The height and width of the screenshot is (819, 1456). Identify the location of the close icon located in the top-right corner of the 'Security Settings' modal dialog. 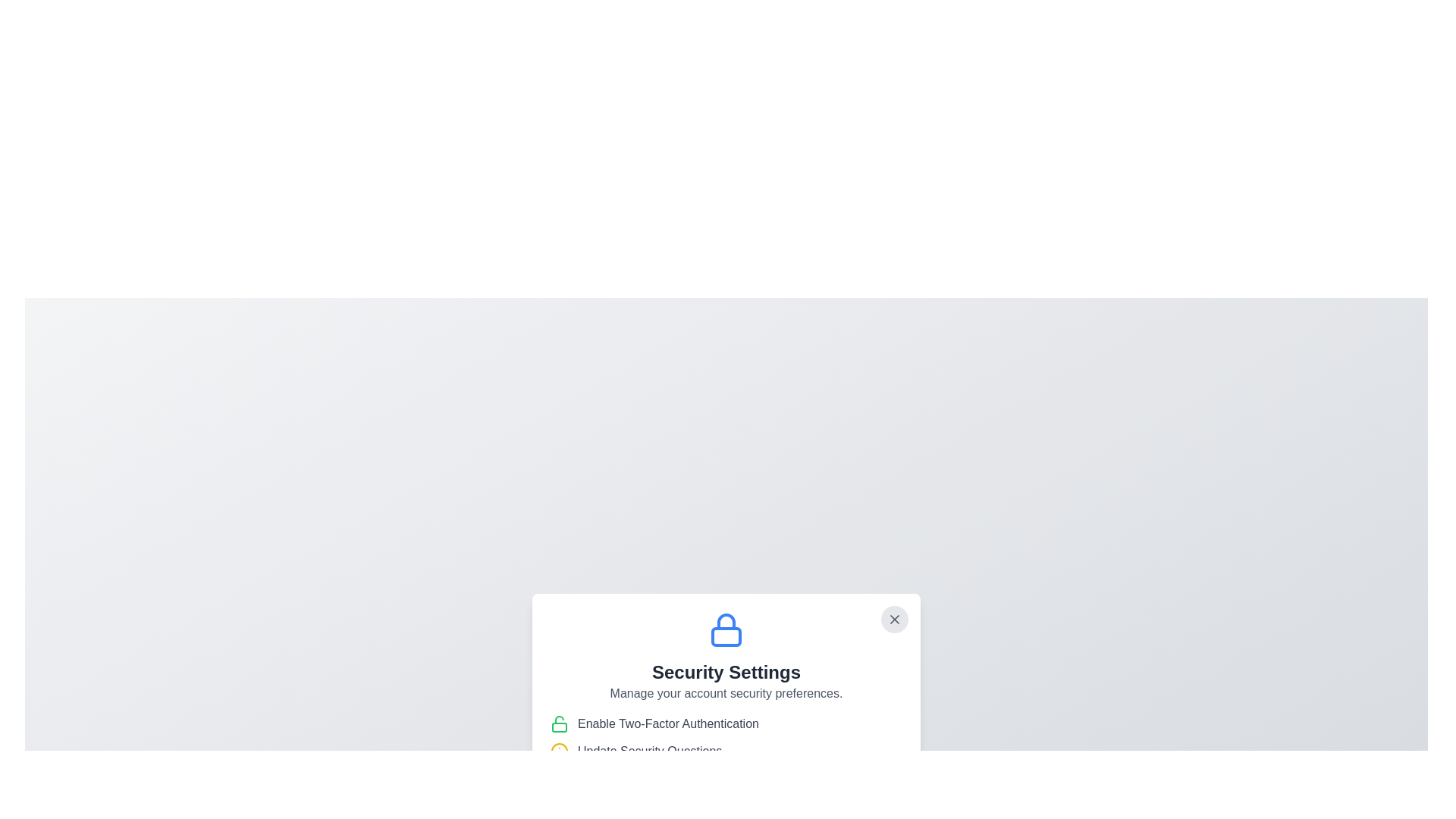
(895, 620).